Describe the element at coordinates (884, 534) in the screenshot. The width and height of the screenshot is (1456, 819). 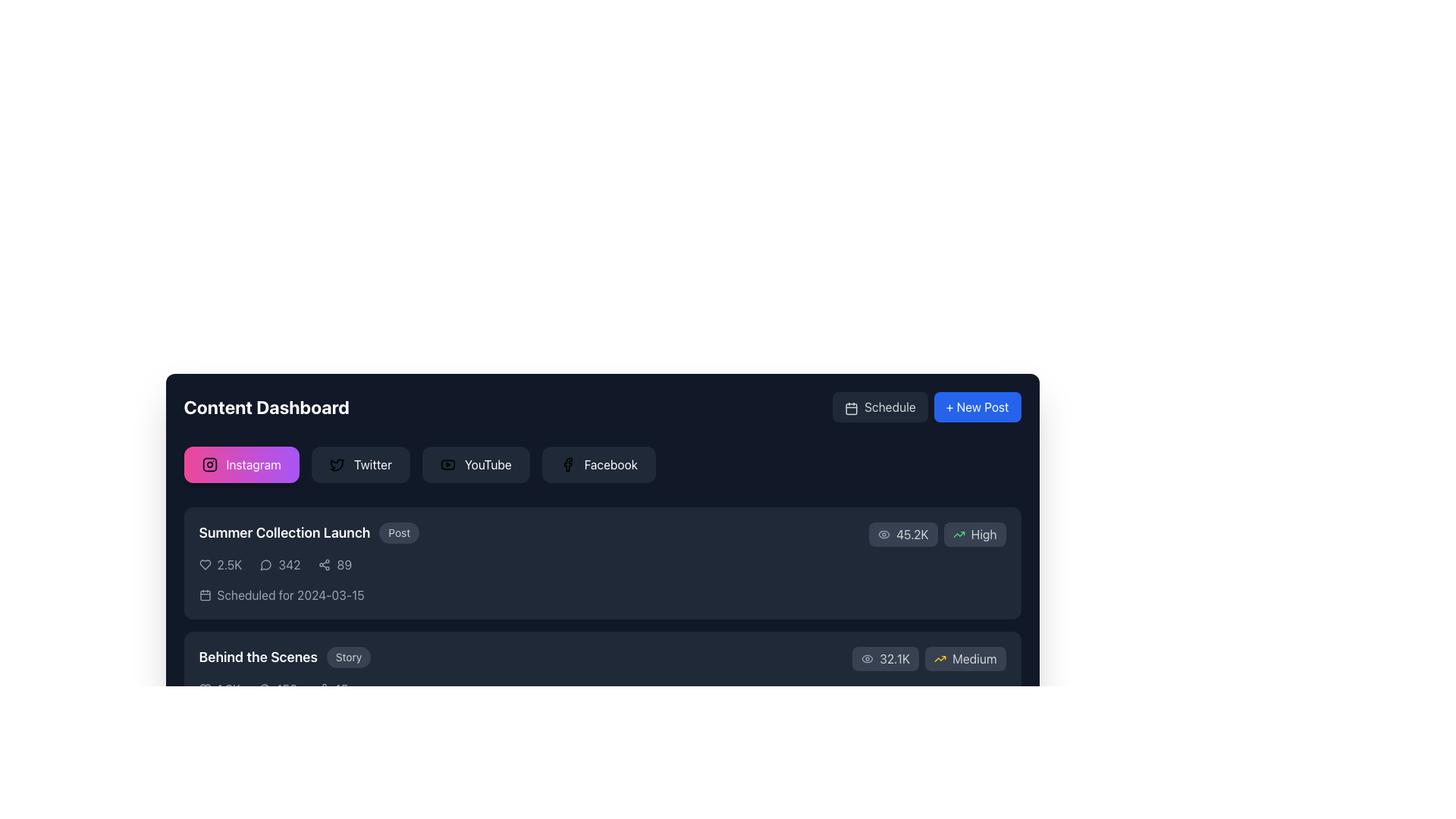
I see `the Eye symbol icon that visually indicates visibility metrics, located inside a rounded rectangle near the '45.2K' text and adjacent to a 'High' badge` at that location.